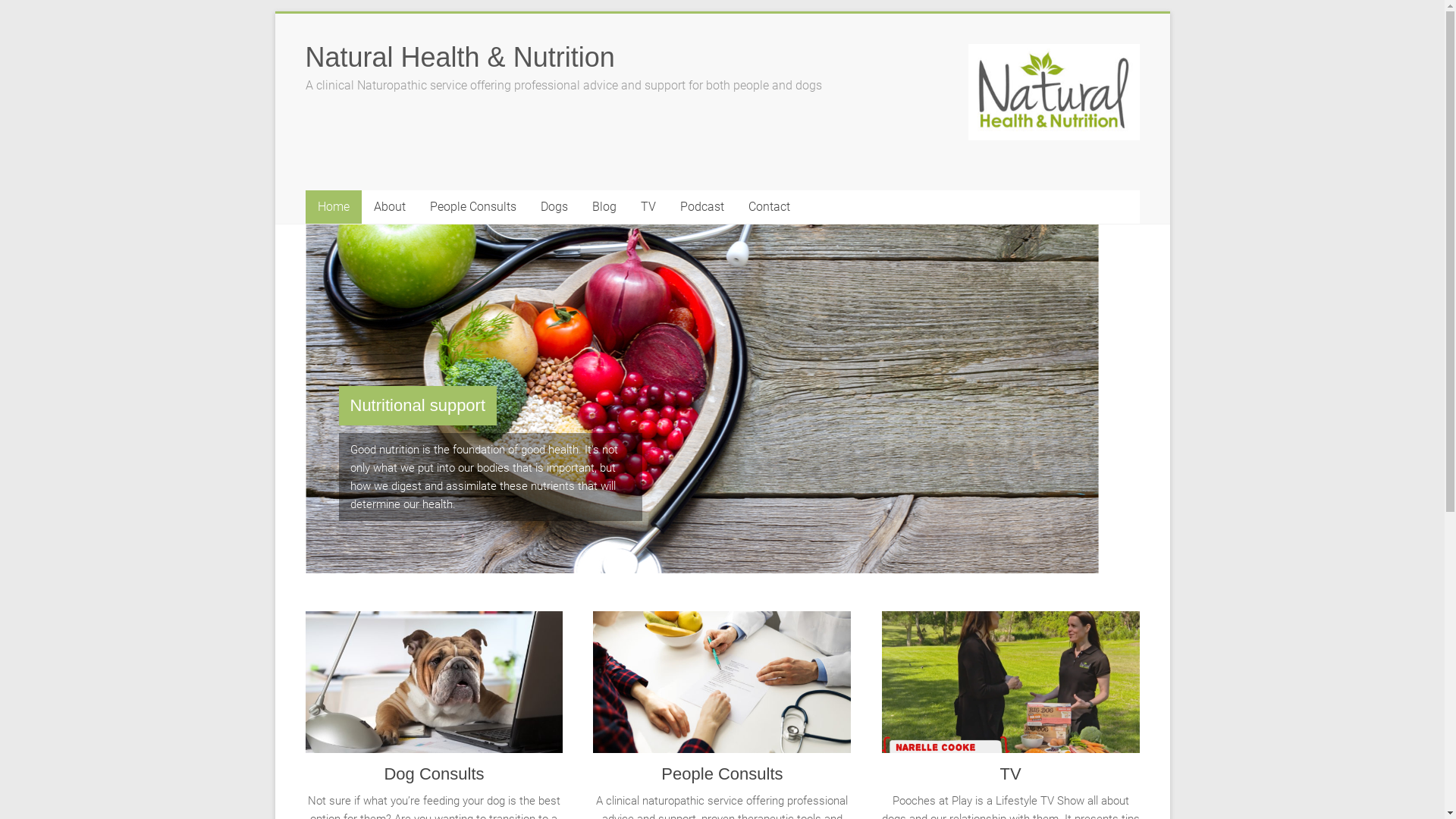  Describe the element at coordinates (274, 13) in the screenshot. I see `'Skip to content'` at that location.